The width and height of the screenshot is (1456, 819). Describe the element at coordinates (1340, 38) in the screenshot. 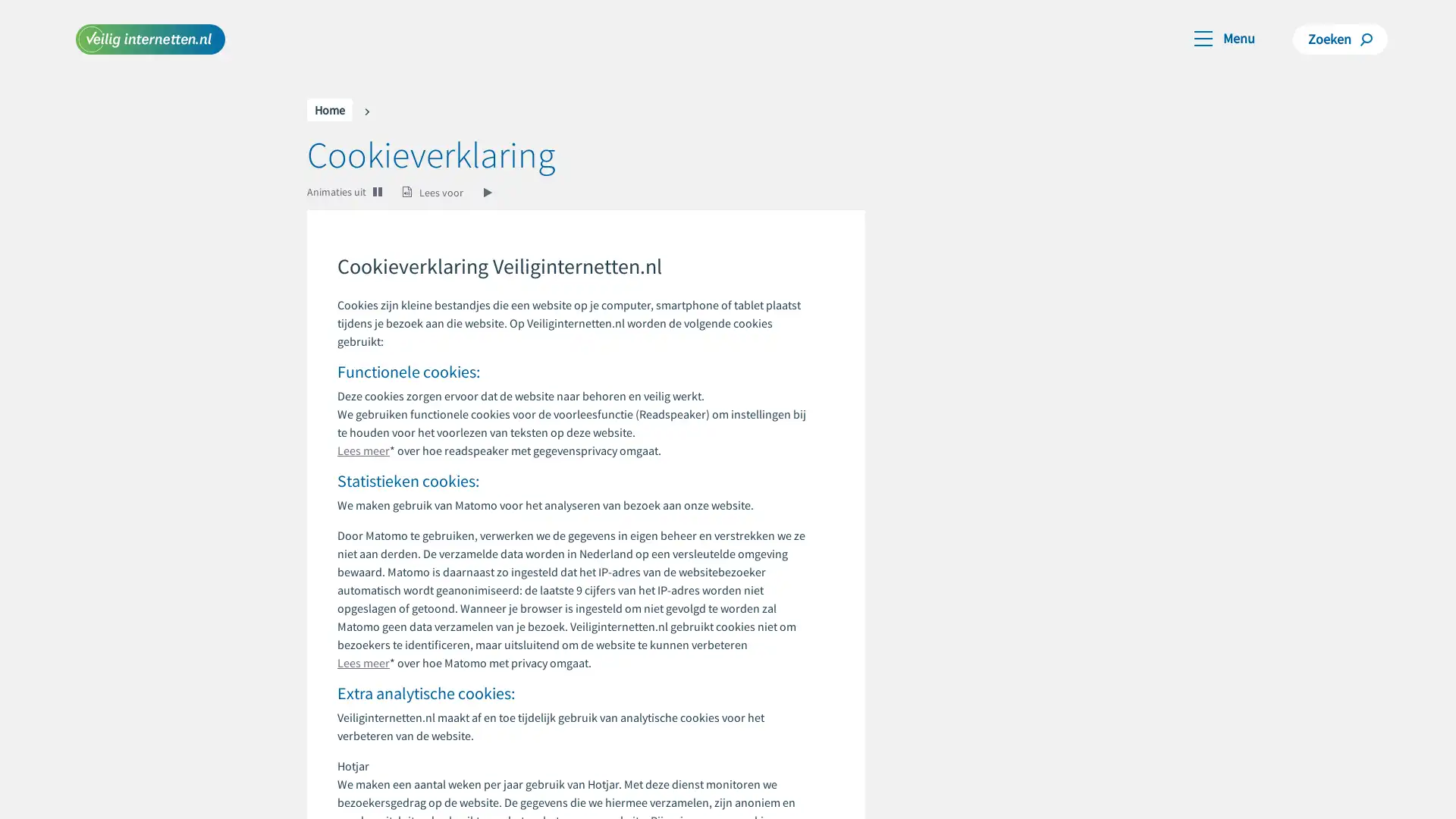

I see `Zoeken Zoeken` at that location.